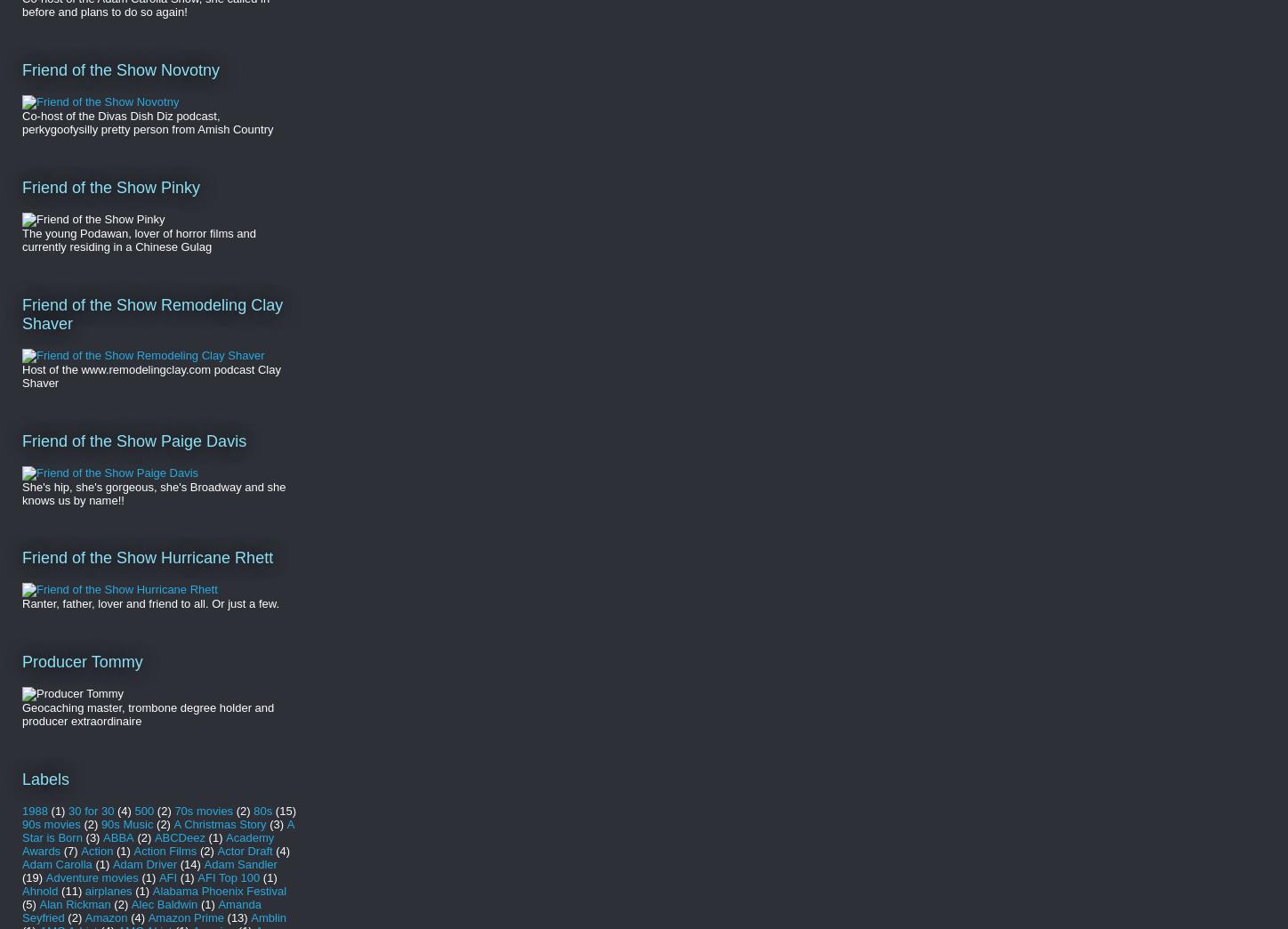 The height and width of the screenshot is (929, 1288). What do you see at coordinates (151, 313) in the screenshot?
I see `'Friend of the Show Remodeling Clay Shaver'` at bounding box center [151, 313].